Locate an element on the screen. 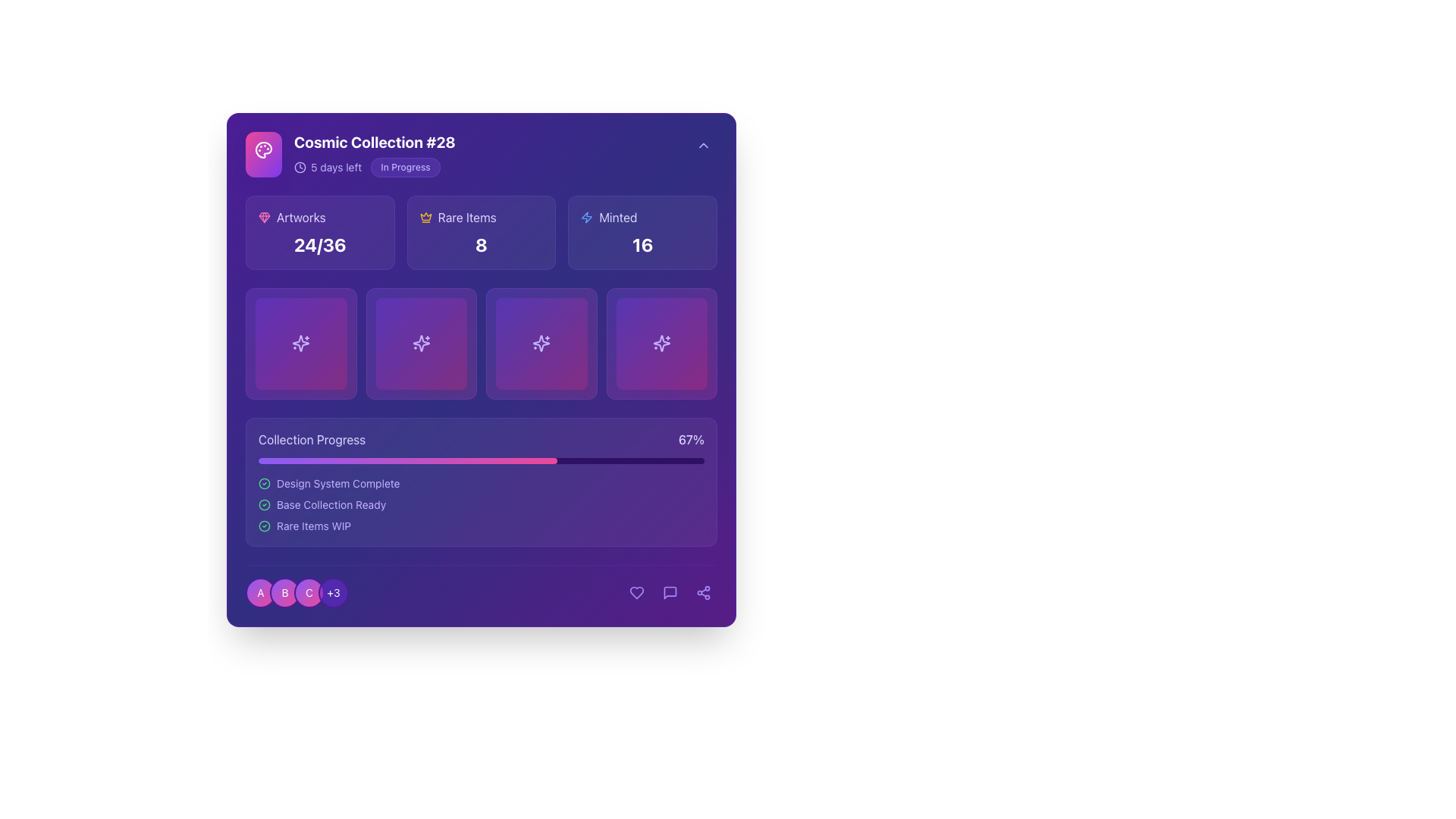 This screenshot has height=819, width=1456. the Status Indicator that shows '5 days left', located near the top-left area of the card titled 'Cosmic Collection #28', to the right of the circular icon and to the left of the 'In Progress' tag is located at coordinates (327, 167).